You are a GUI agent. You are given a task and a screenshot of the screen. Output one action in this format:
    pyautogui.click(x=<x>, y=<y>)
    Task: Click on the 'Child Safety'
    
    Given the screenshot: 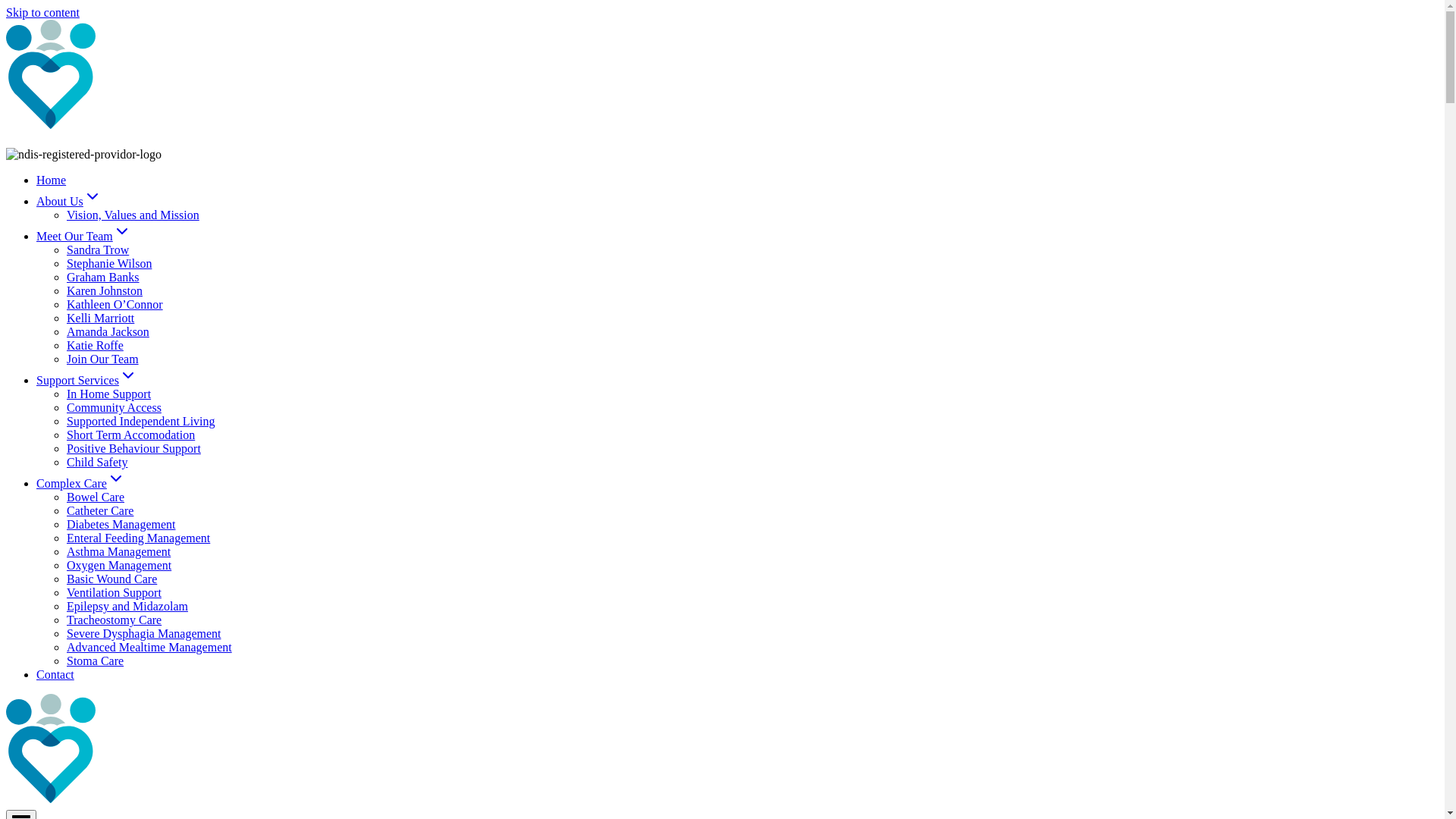 What is the action you would take?
    pyautogui.click(x=96, y=461)
    